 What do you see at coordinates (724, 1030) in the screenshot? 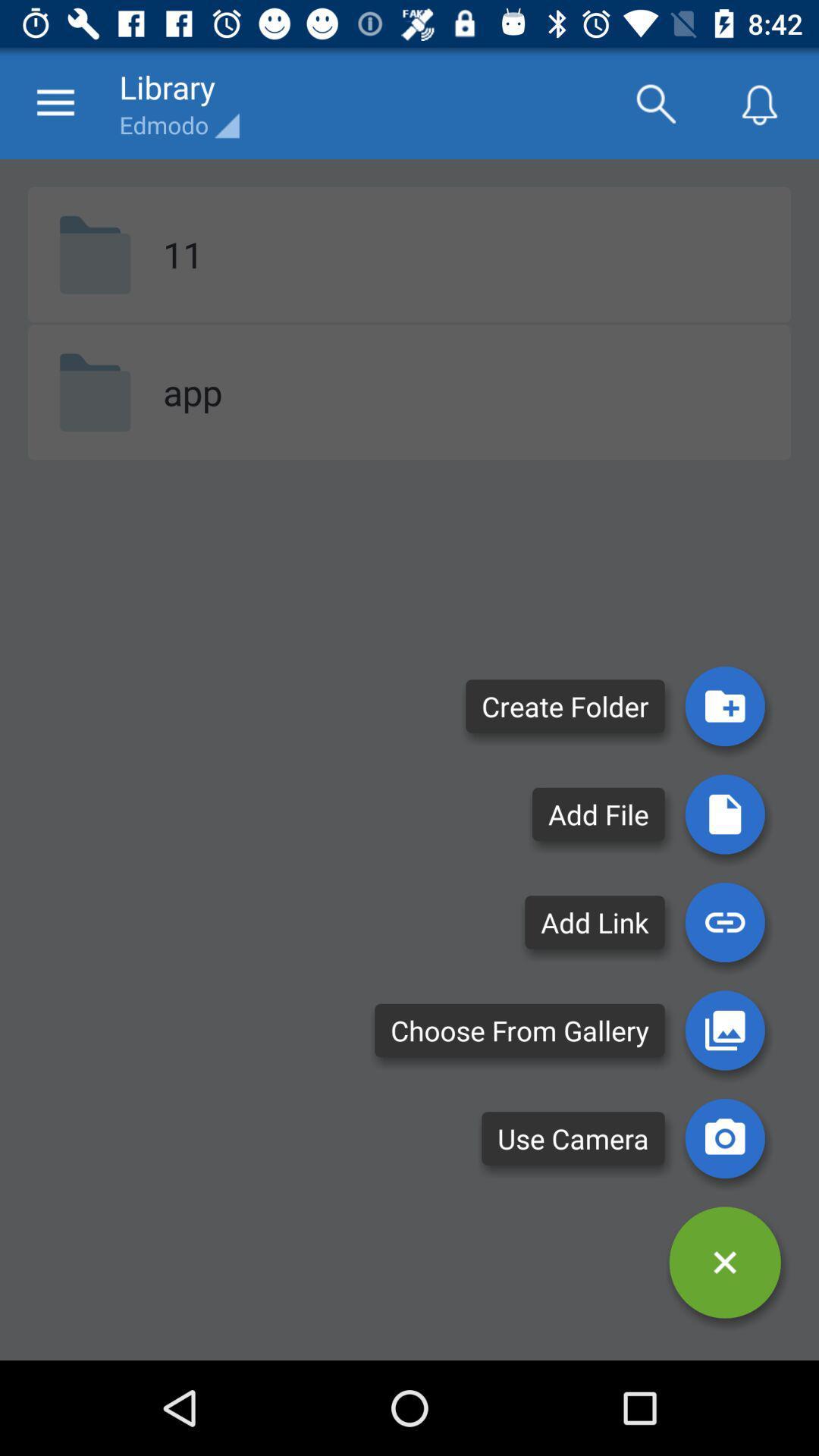
I see `gallery` at bounding box center [724, 1030].